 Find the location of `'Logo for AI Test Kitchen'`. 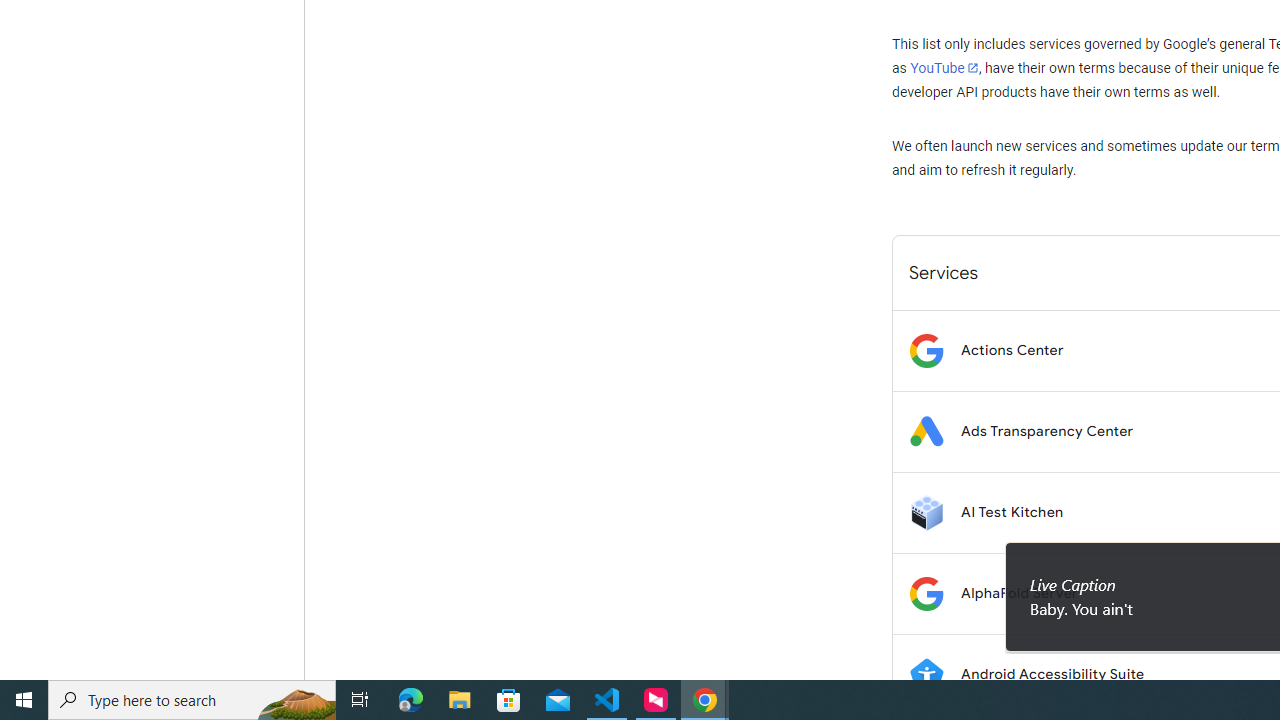

'Logo for AI Test Kitchen' is located at coordinates (925, 511).